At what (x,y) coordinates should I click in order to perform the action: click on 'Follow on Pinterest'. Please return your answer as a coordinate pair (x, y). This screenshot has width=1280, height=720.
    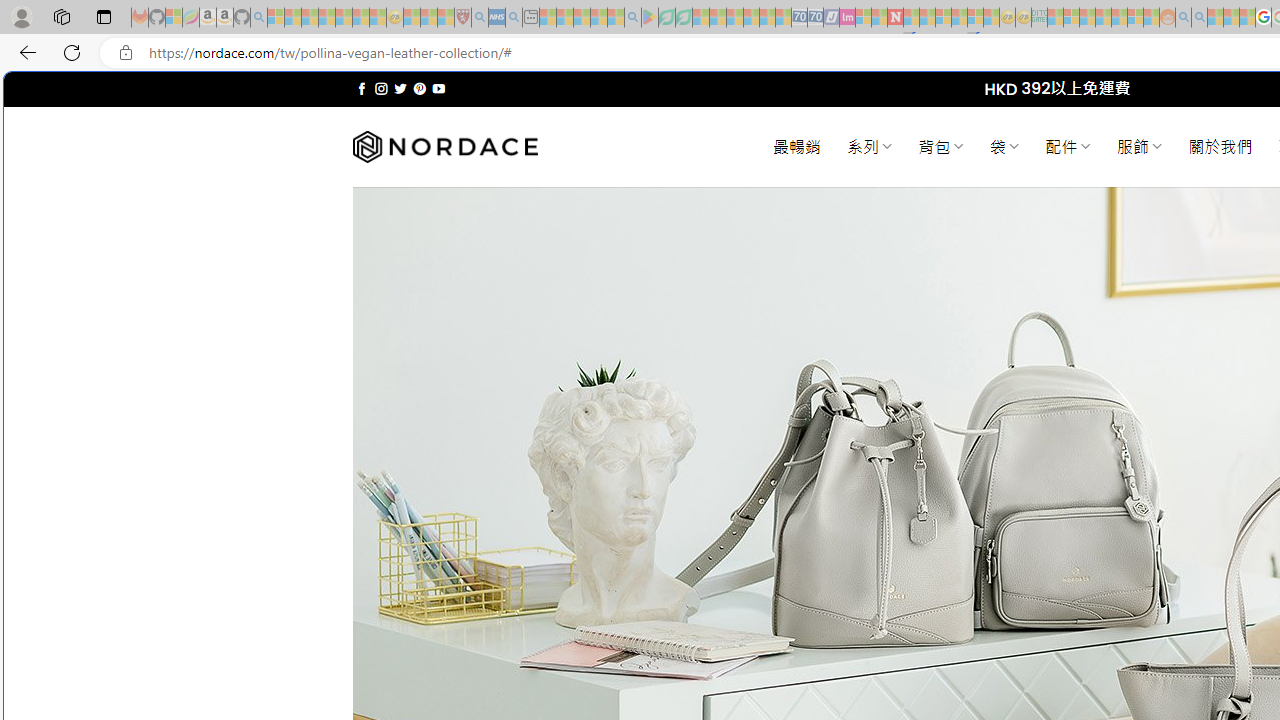
    Looking at the image, I should click on (418, 88).